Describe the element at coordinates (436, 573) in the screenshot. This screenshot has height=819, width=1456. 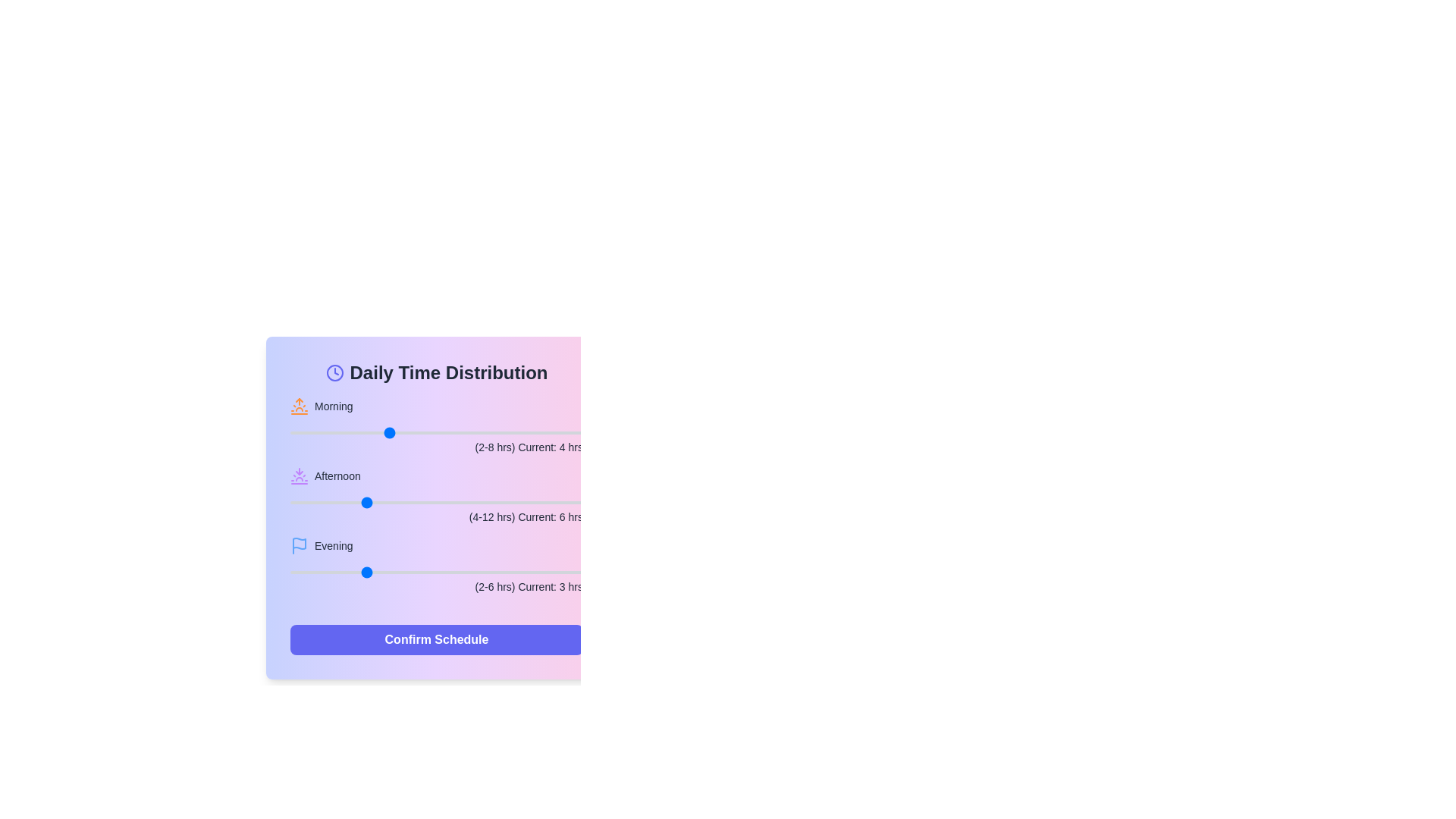
I see `the evening time allocation` at that location.